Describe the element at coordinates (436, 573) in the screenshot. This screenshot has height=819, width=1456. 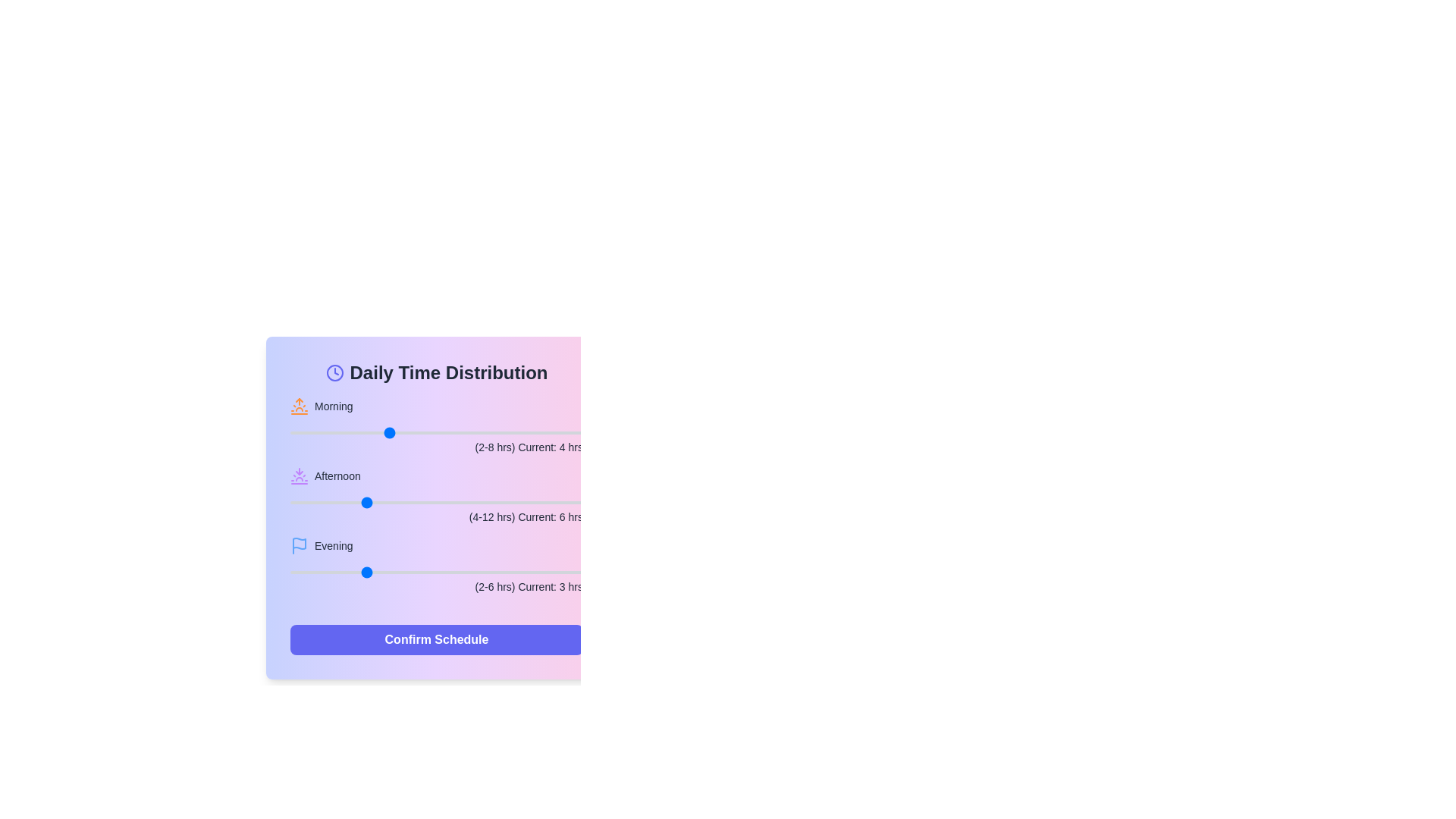
I see `the evening time allocation` at that location.